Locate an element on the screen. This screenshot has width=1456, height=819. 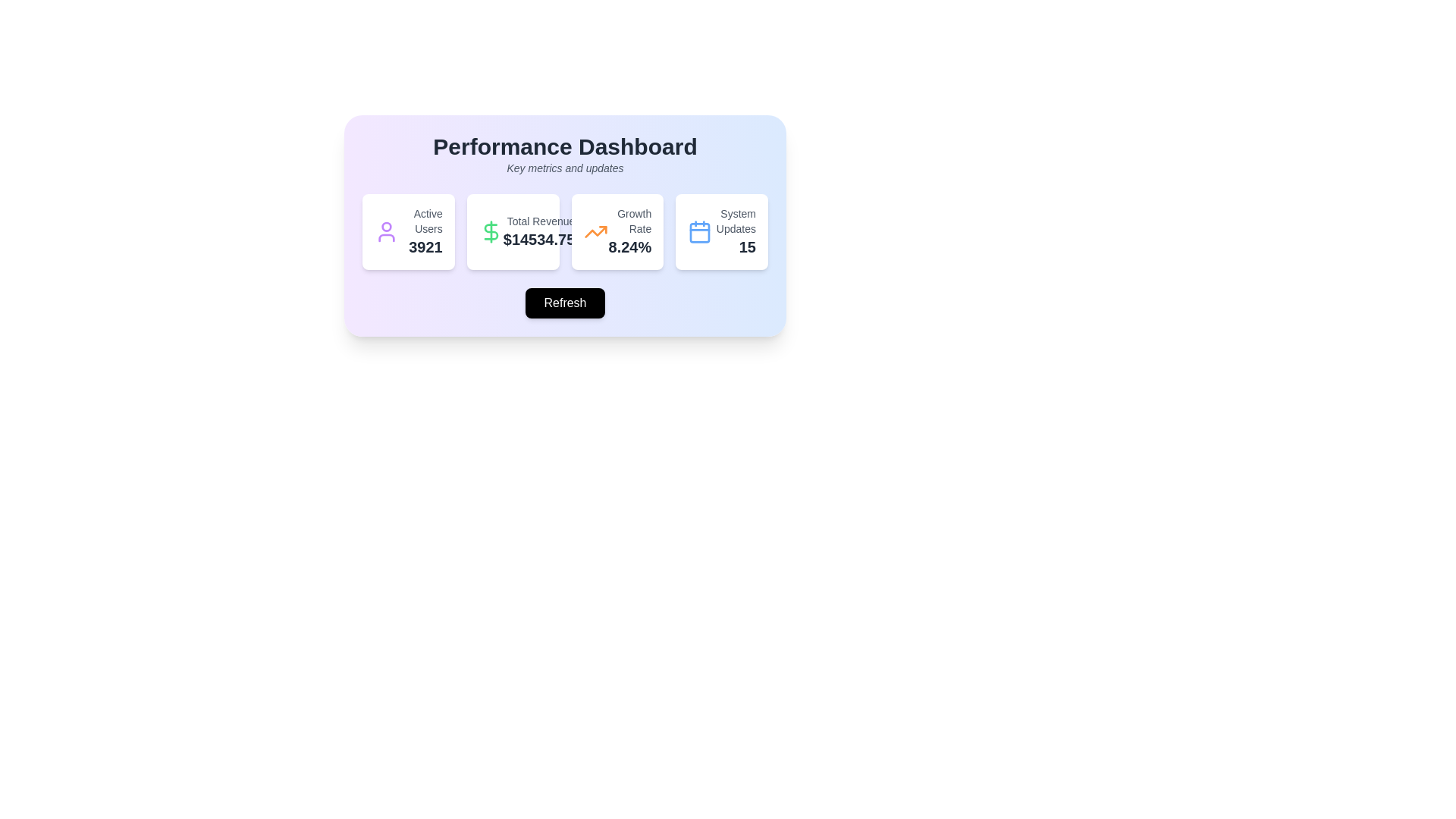
the informational text display showing the growth rate value ('8.24%') associated with the label ('Growth Rate') located in the rightmost card of the dashboard is located at coordinates (629, 231).